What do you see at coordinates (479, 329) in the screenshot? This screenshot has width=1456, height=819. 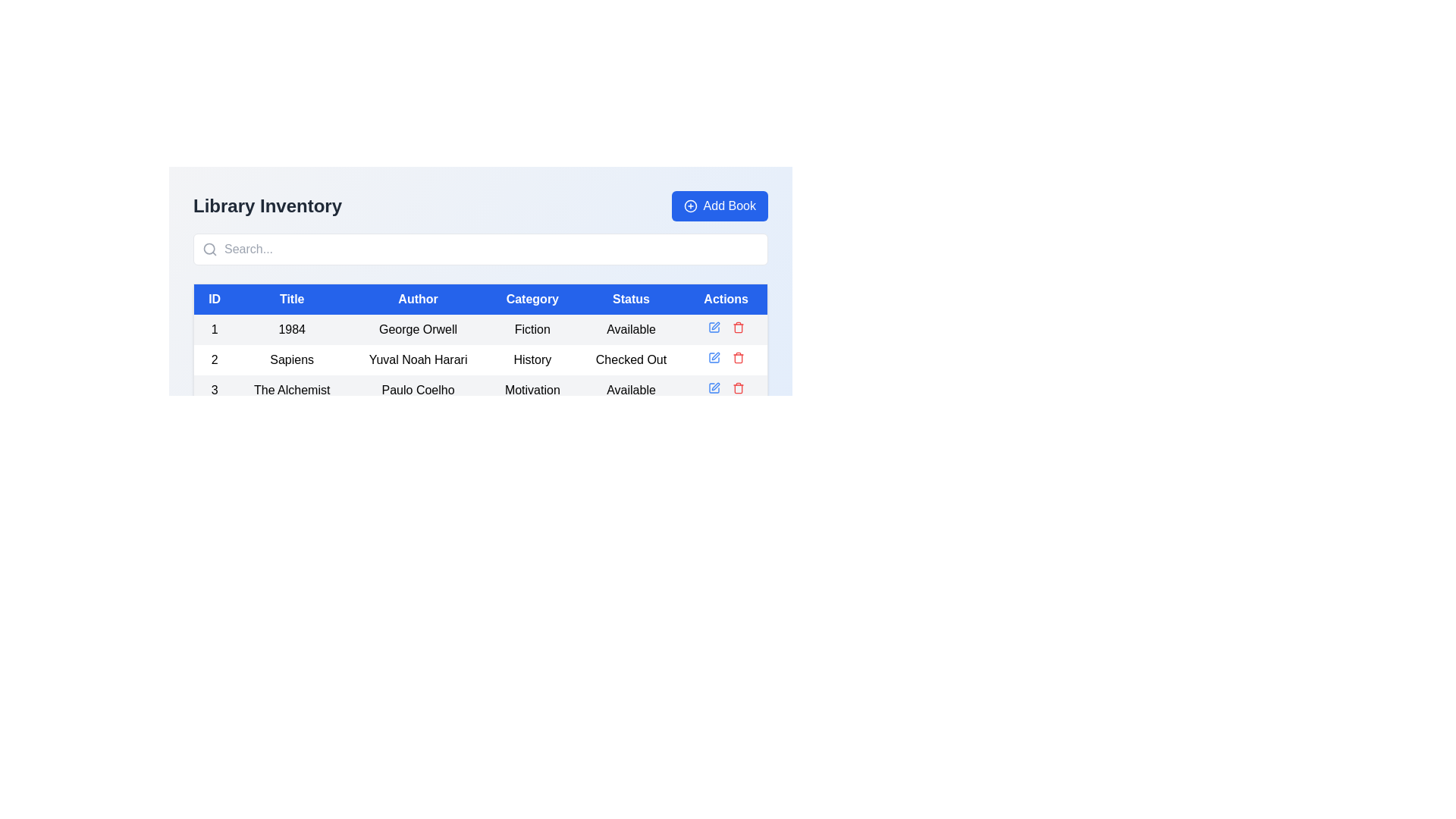 I see `data in the first row of the library inventory table, which contains details about the book '1984' by George Orwell` at bounding box center [479, 329].